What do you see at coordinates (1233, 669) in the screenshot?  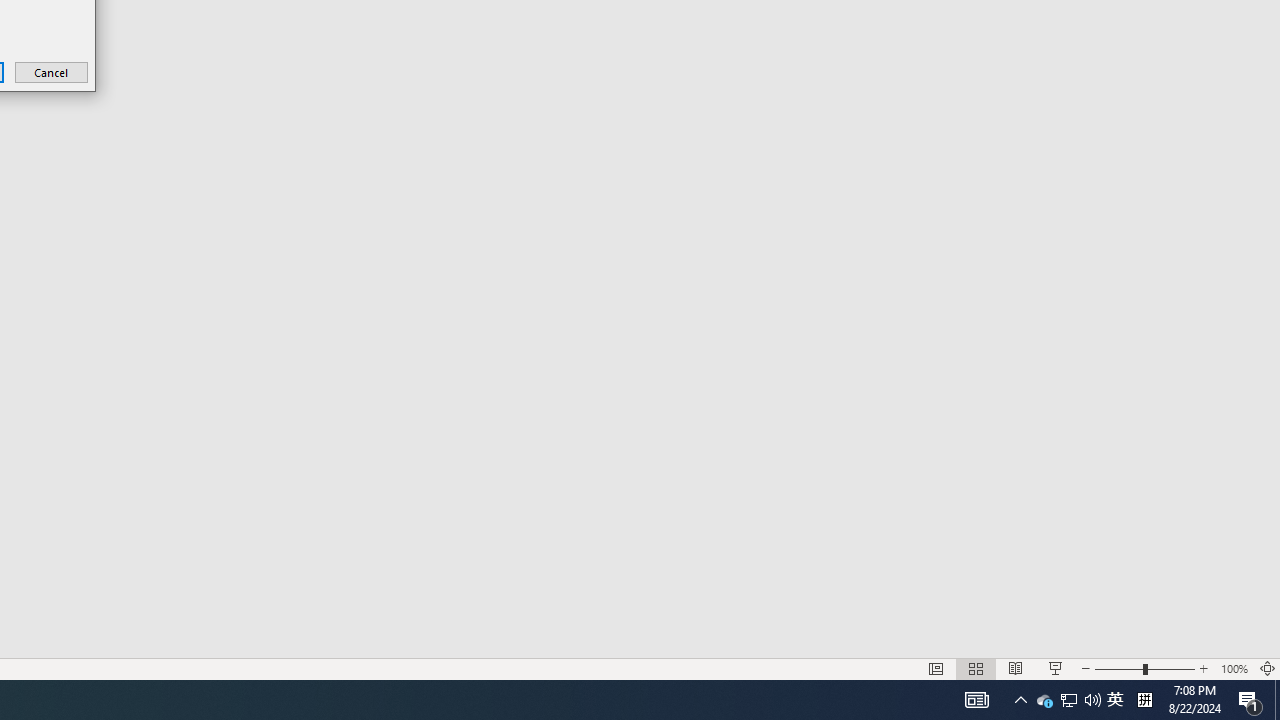 I see `'Zoom 100%'` at bounding box center [1233, 669].